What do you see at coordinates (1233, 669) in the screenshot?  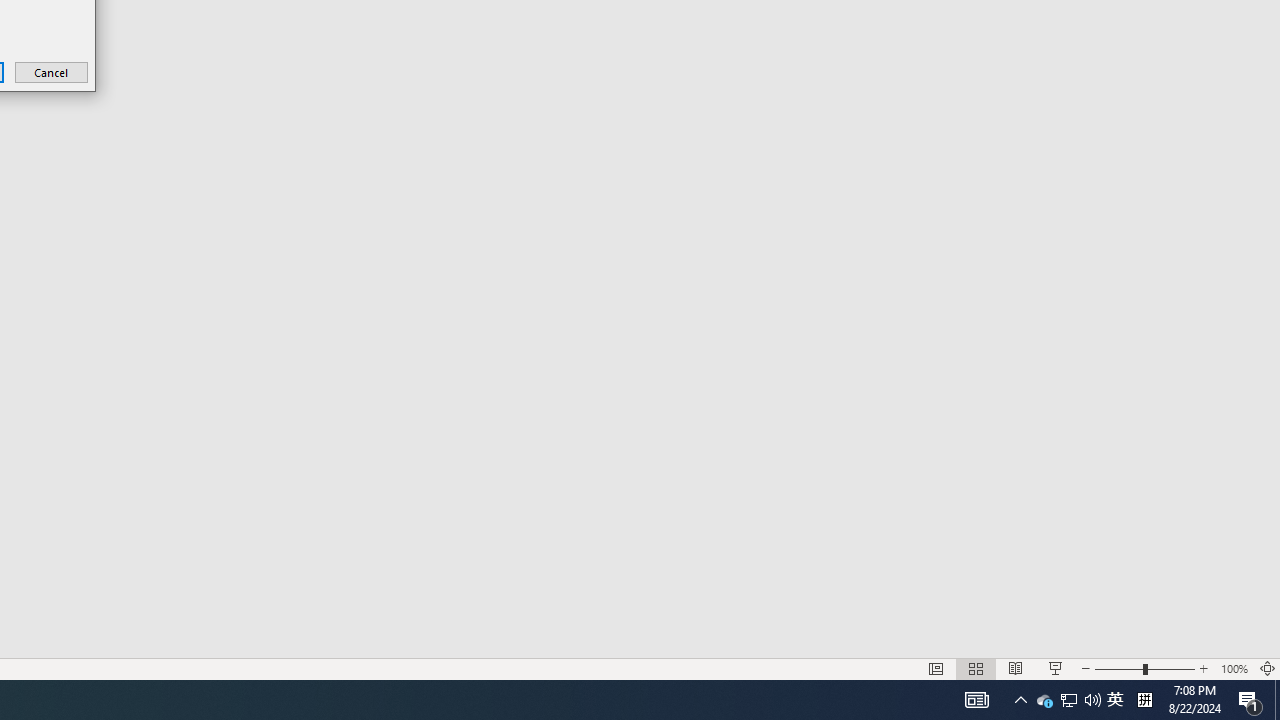 I see `'Zoom 100%'` at bounding box center [1233, 669].